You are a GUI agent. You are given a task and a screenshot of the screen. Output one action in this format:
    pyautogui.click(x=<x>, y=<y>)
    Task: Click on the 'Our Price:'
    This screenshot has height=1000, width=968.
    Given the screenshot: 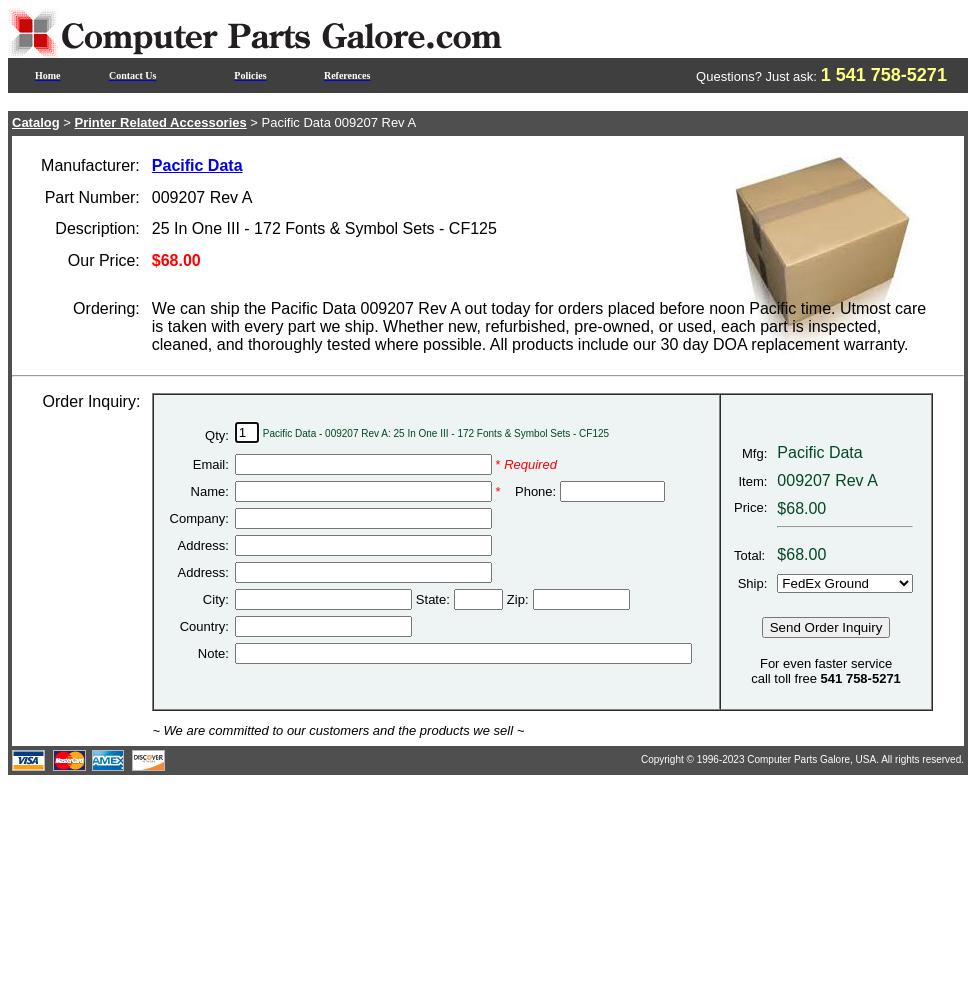 What is the action you would take?
    pyautogui.click(x=102, y=259)
    